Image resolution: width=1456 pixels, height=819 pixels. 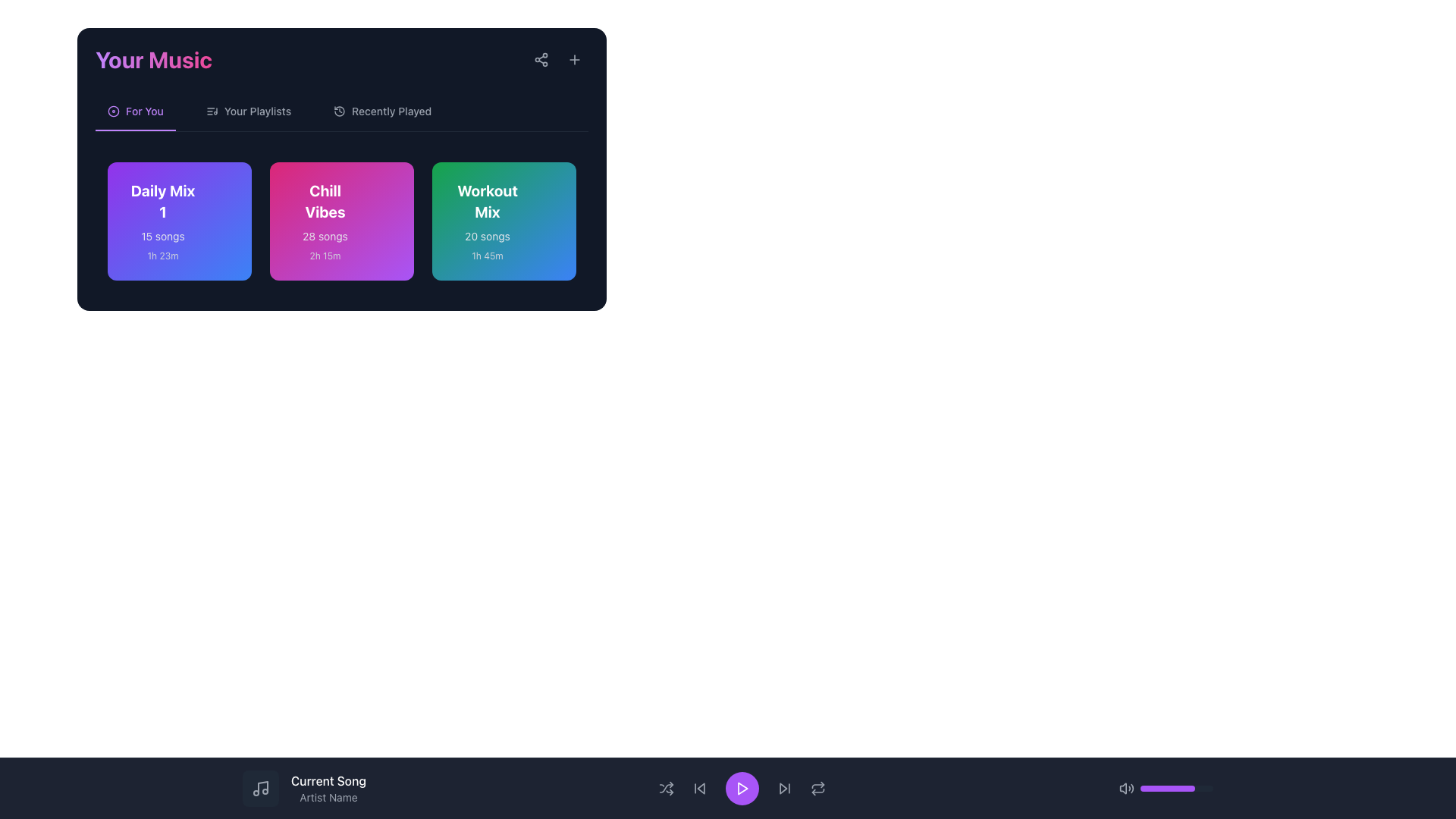 I want to click on the text element 'Workout Mix' which is styled in bold white font and centered within a gradient card from its current location, so click(x=488, y=201).